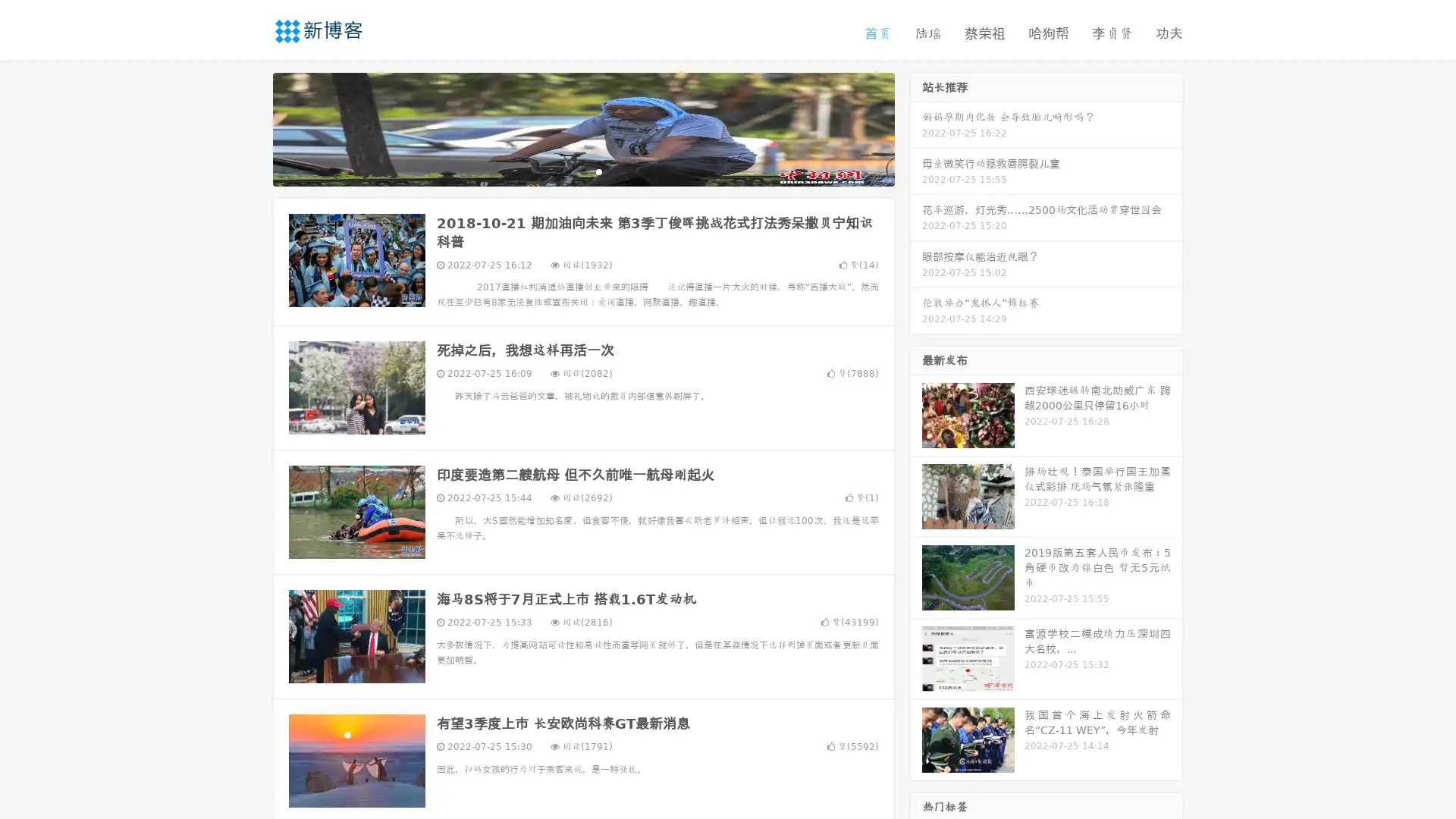  I want to click on Go to slide 1, so click(567, 171).